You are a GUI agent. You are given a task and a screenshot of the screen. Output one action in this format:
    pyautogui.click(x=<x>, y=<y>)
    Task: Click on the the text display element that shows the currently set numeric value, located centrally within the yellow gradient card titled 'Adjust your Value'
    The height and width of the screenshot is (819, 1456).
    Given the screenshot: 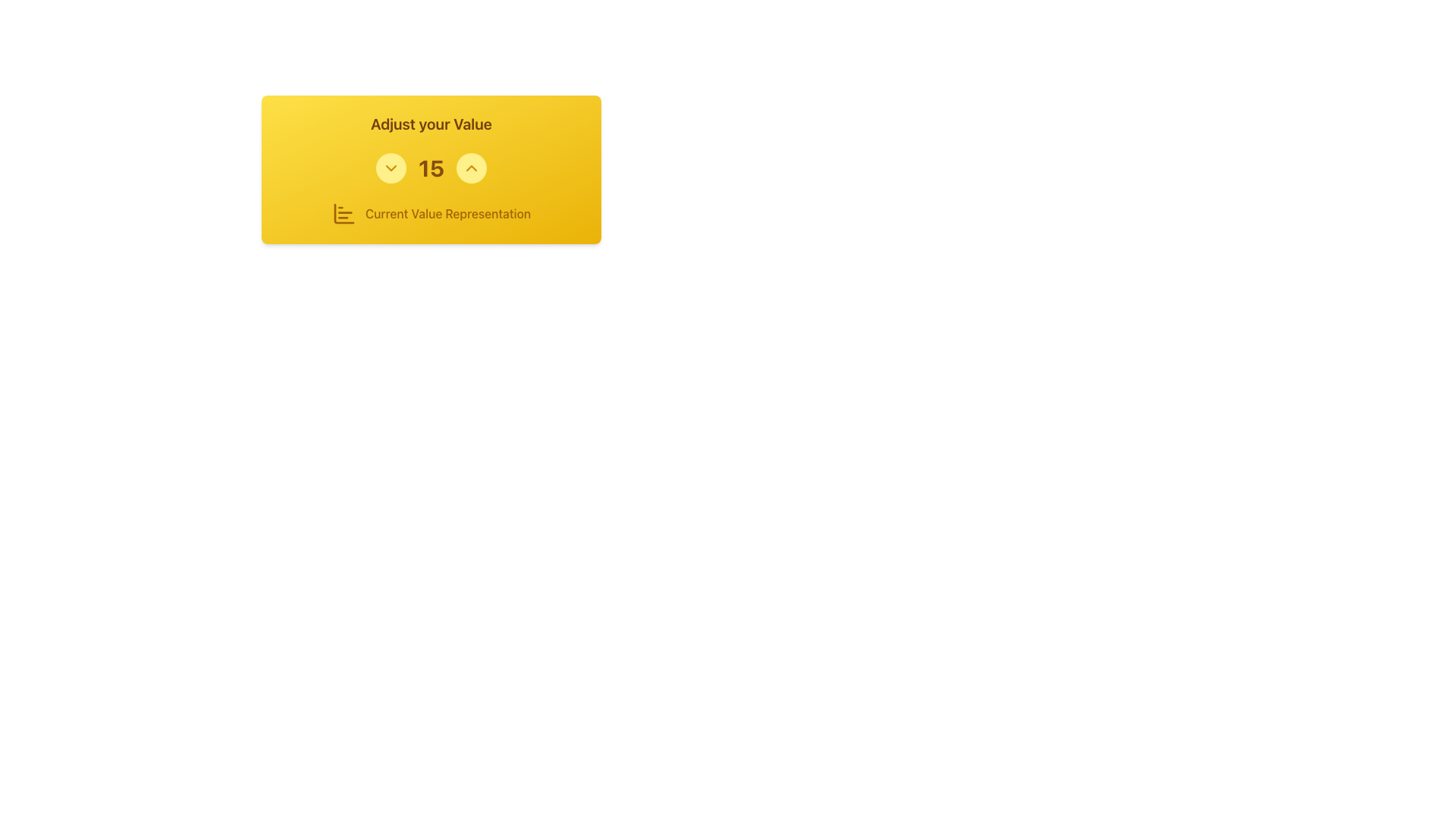 What is the action you would take?
    pyautogui.click(x=430, y=168)
    